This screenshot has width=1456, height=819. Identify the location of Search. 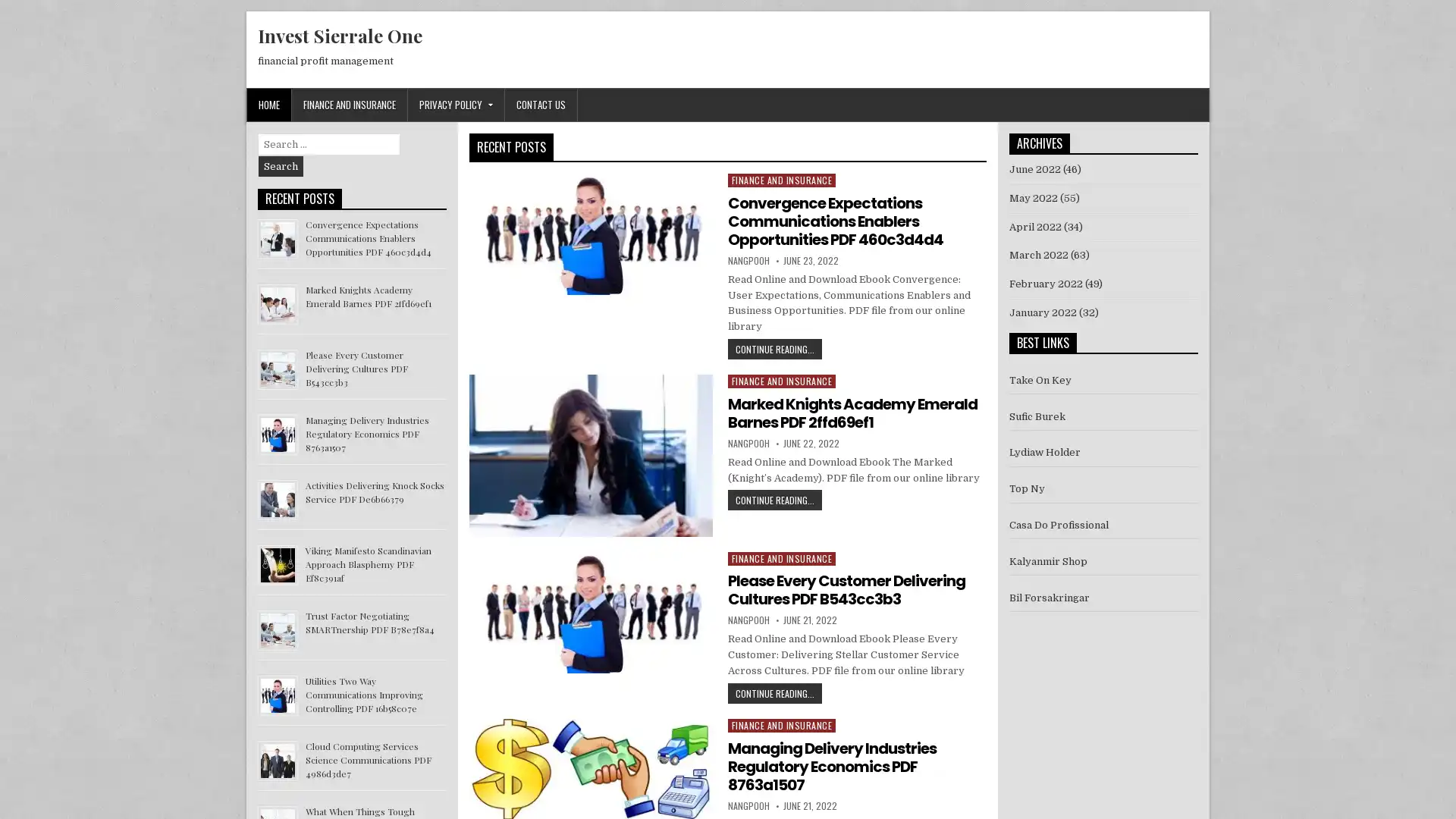
(281, 166).